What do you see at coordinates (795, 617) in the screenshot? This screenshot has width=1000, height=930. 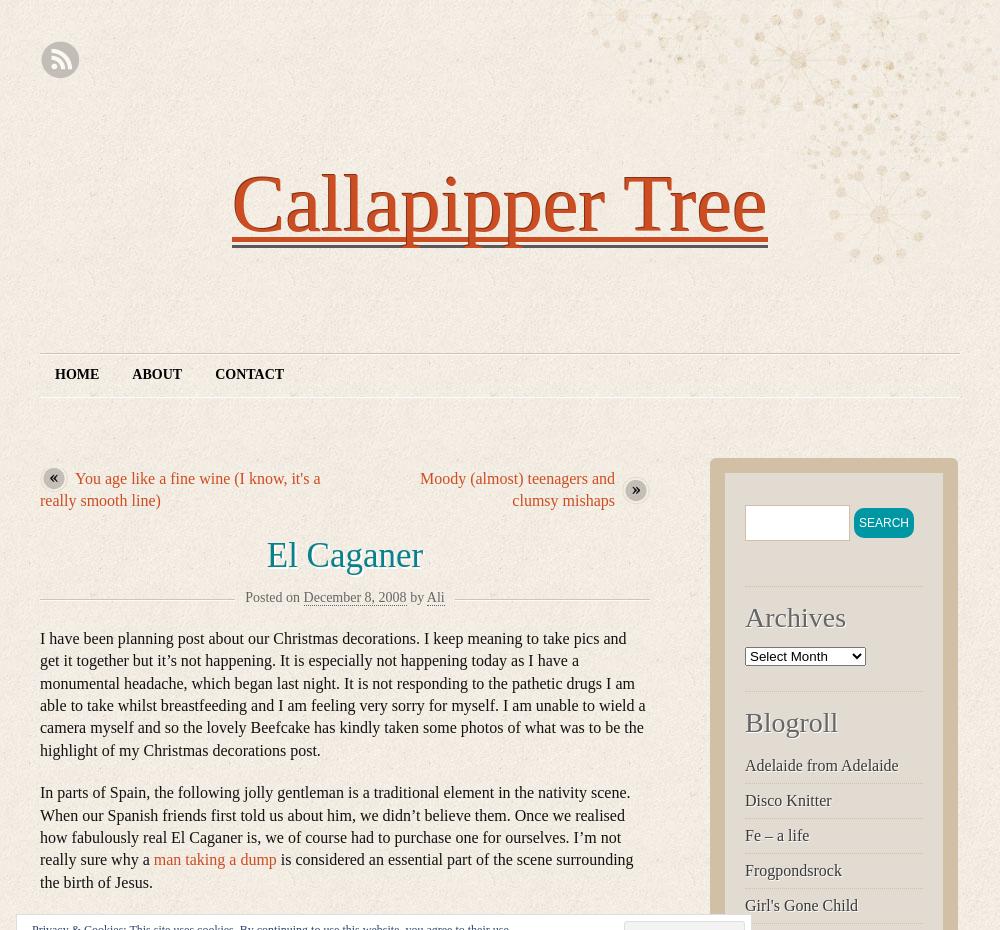 I see `'Archives'` at bounding box center [795, 617].